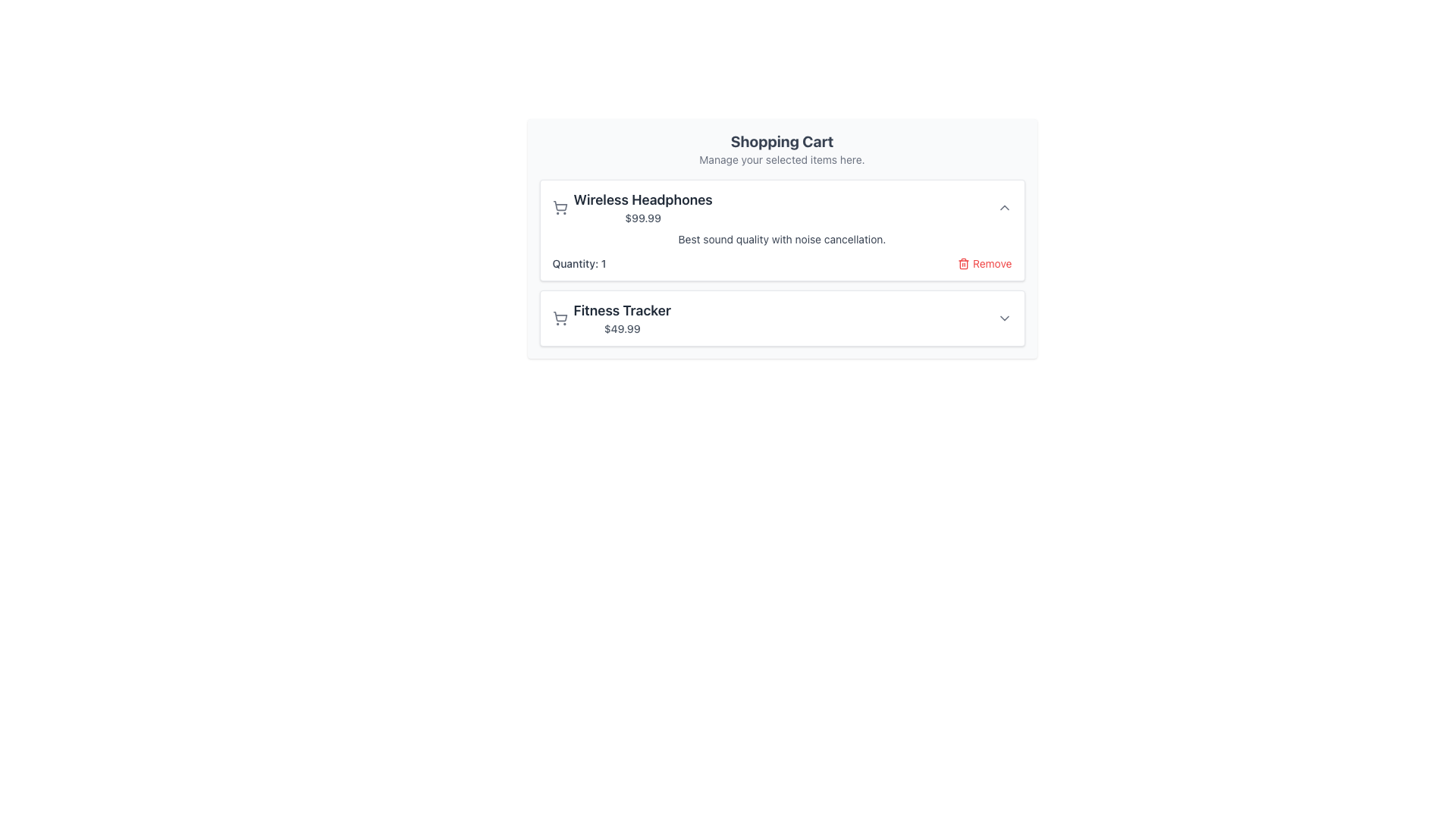  What do you see at coordinates (622, 309) in the screenshot?
I see `prominently displayed text label 'Fitness Tracker' for product identification in the shopping cart section` at bounding box center [622, 309].